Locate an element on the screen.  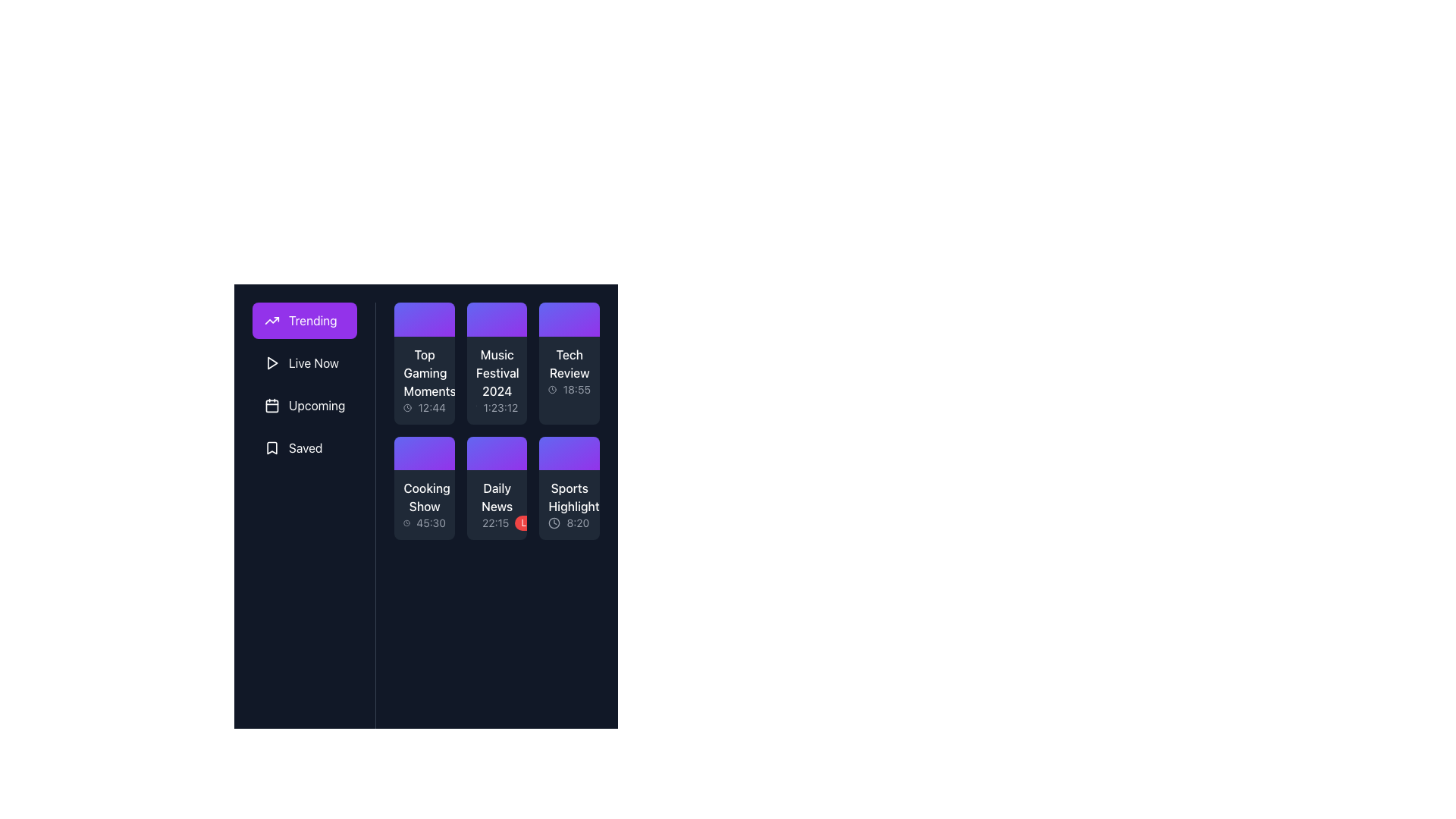
the decorative background element of the 'Tech Review' card located in the third column of the top row in a grid layout is located at coordinates (569, 318).